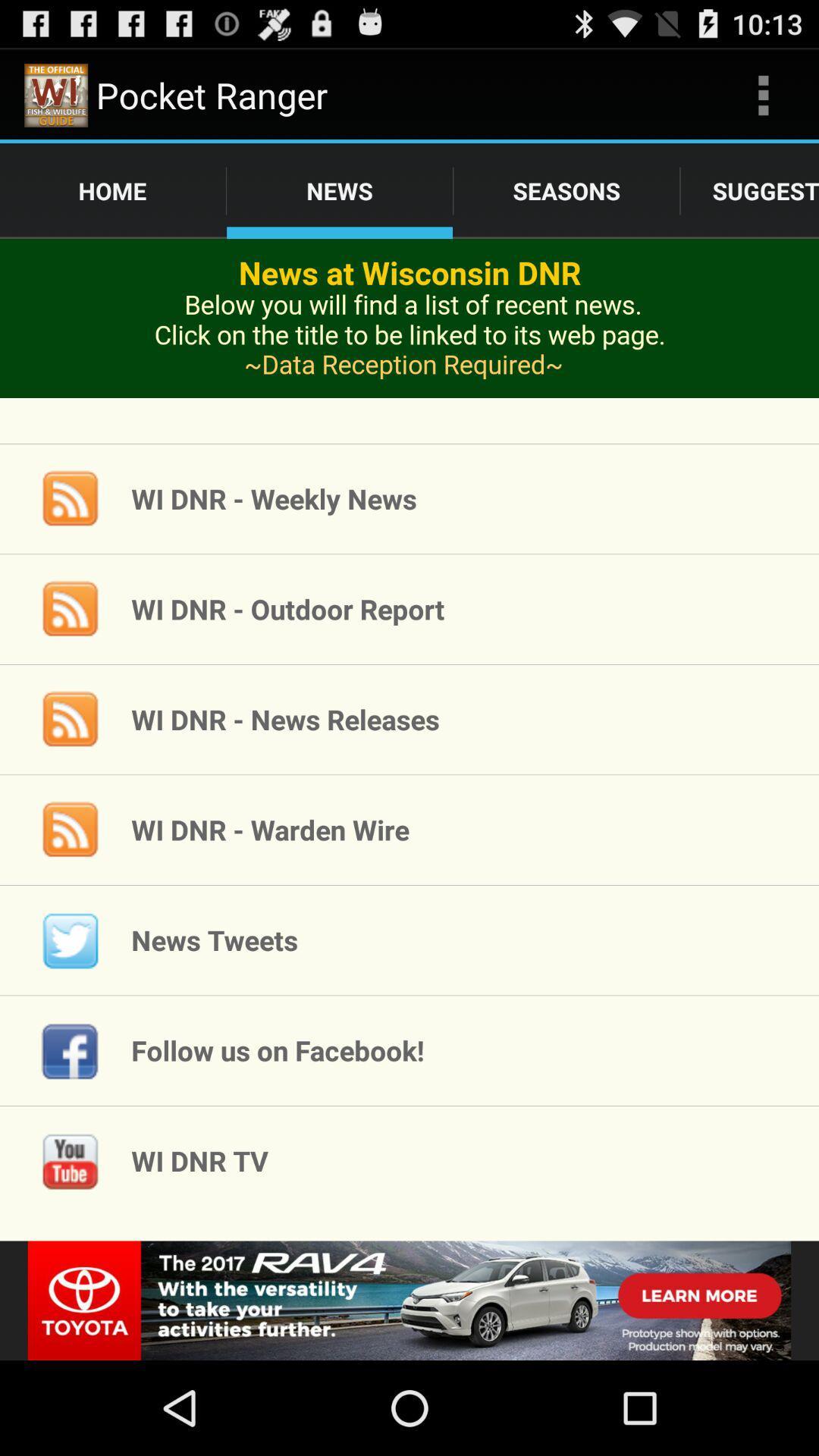 Image resolution: width=819 pixels, height=1456 pixels. What do you see at coordinates (409, 340) in the screenshot?
I see `advertisement page` at bounding box center [409, 340].